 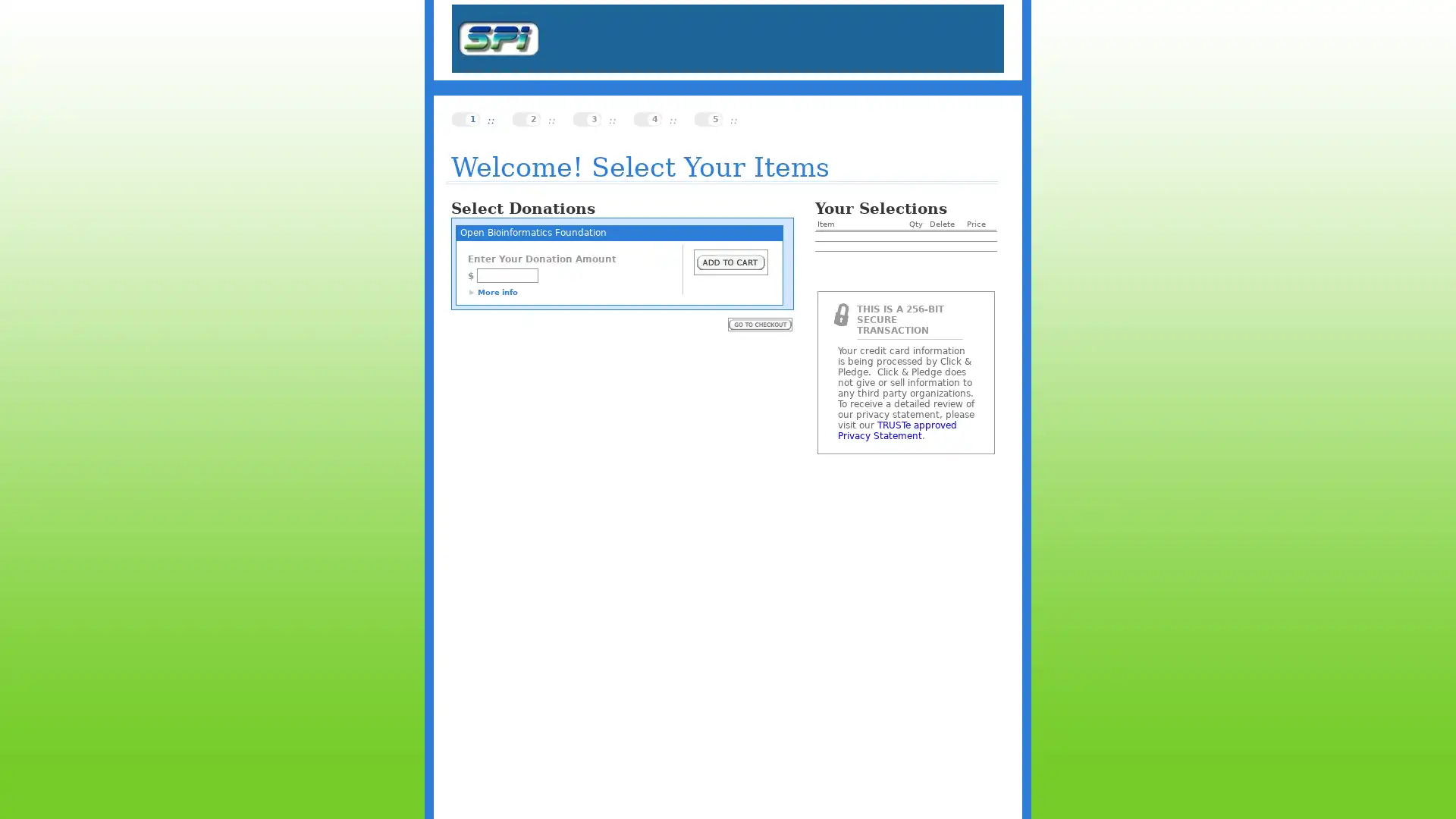 What do you see at coordinates (731, 262) in the screenshot?
I see `Submit` at bounding box center [731, 262].